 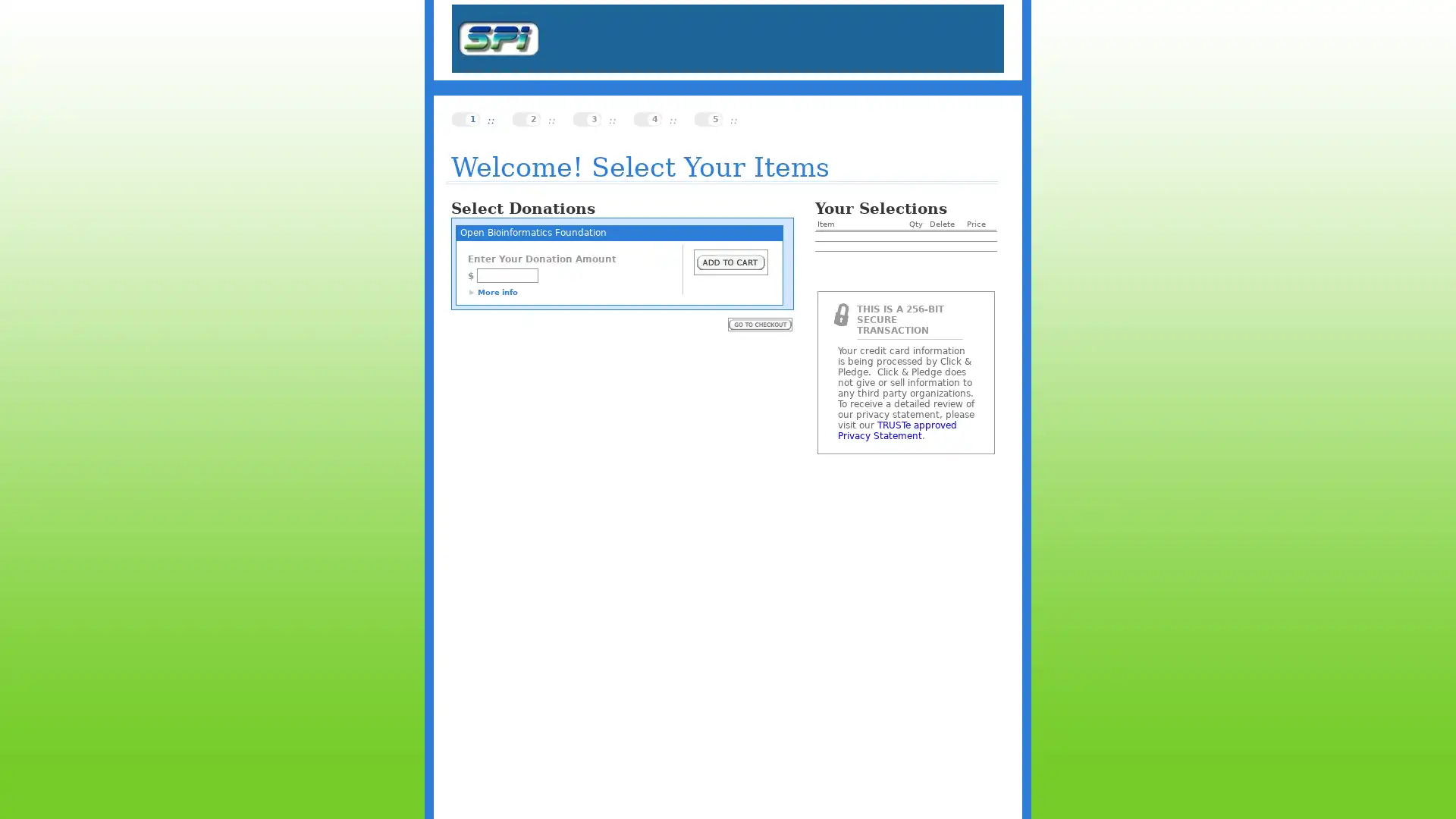 What do you see at coordinates (731, 262) in the screenshot?
I see `Submit` at bounding box center [731, 262].